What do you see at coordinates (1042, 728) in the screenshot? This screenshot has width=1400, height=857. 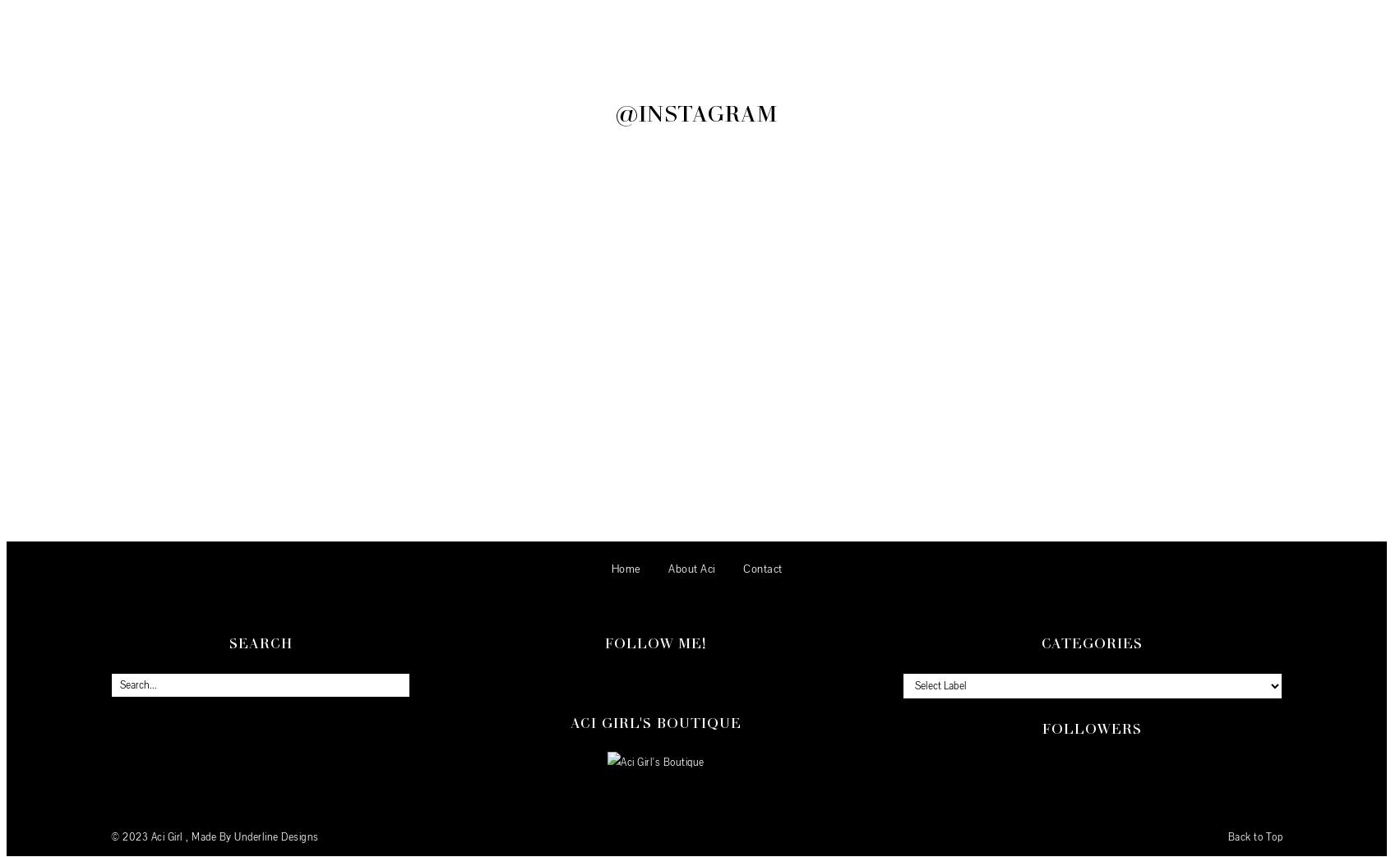 I see `'Followers'` at bounding box center [1042, 728].